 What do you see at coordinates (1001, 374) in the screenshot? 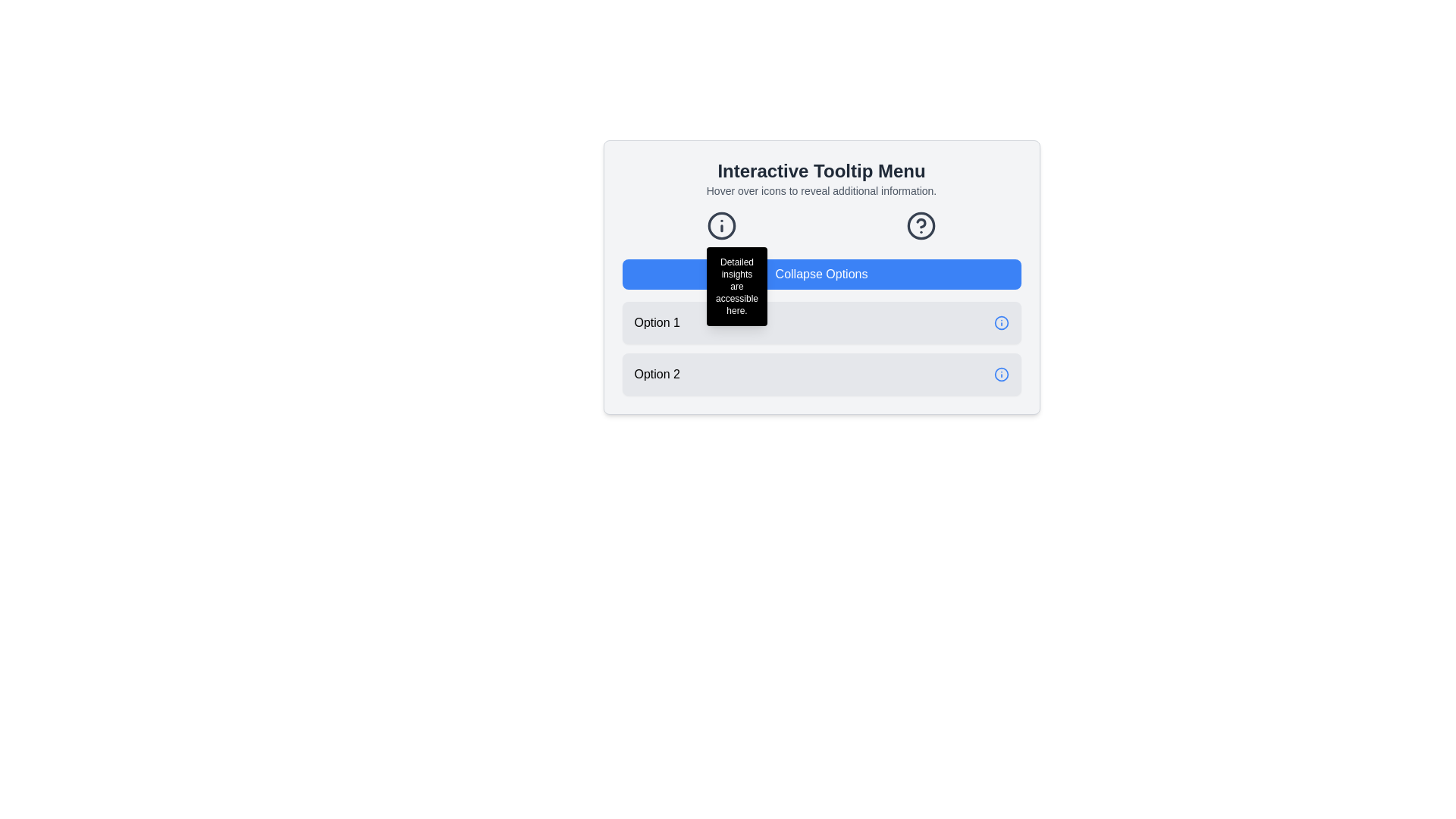
I see `the blue circular icon located within the gray section labeled 'Option 2'` at bounding box center [1001, 374].